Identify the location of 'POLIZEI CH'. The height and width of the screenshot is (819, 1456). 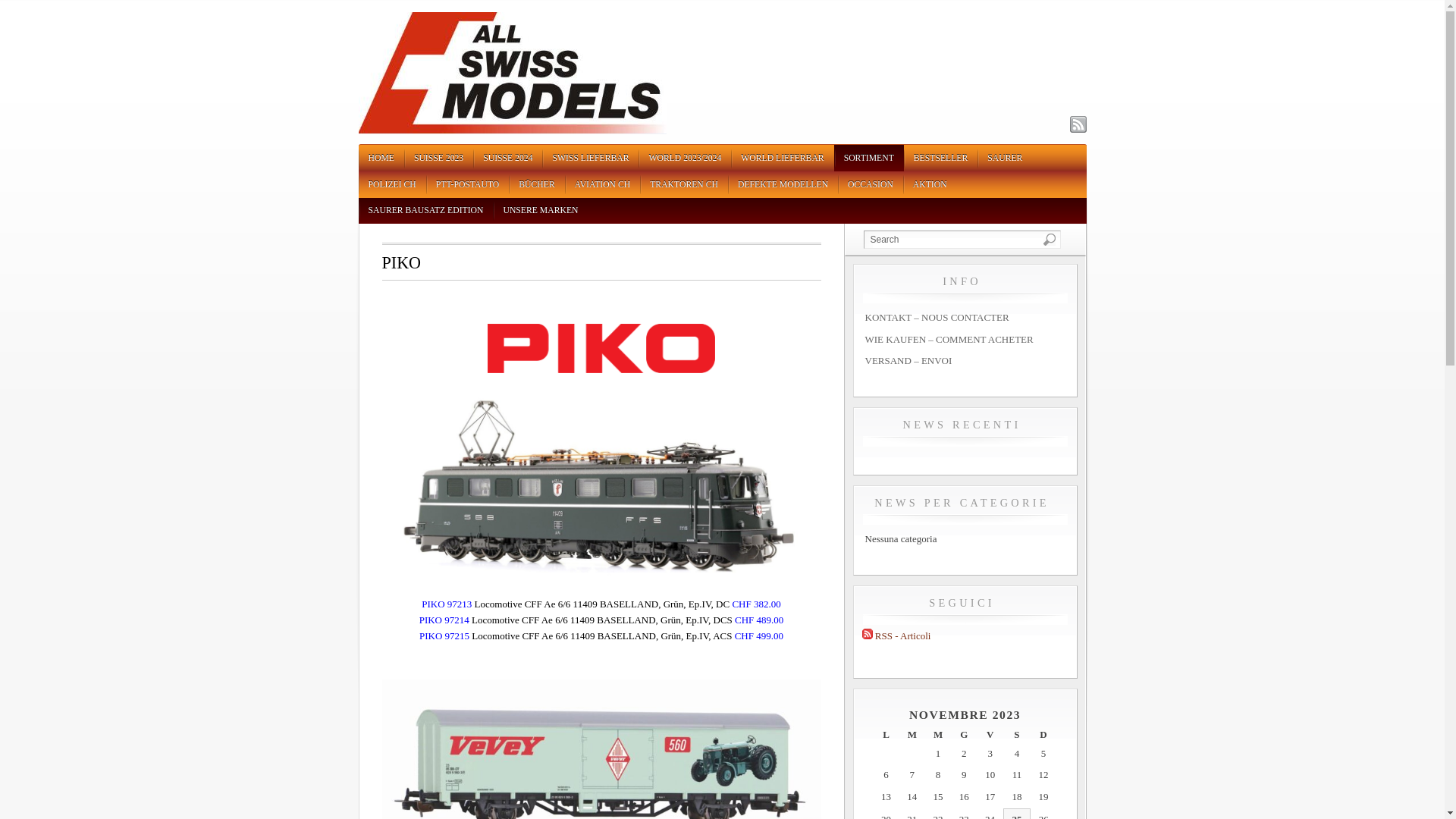
(391, 184).